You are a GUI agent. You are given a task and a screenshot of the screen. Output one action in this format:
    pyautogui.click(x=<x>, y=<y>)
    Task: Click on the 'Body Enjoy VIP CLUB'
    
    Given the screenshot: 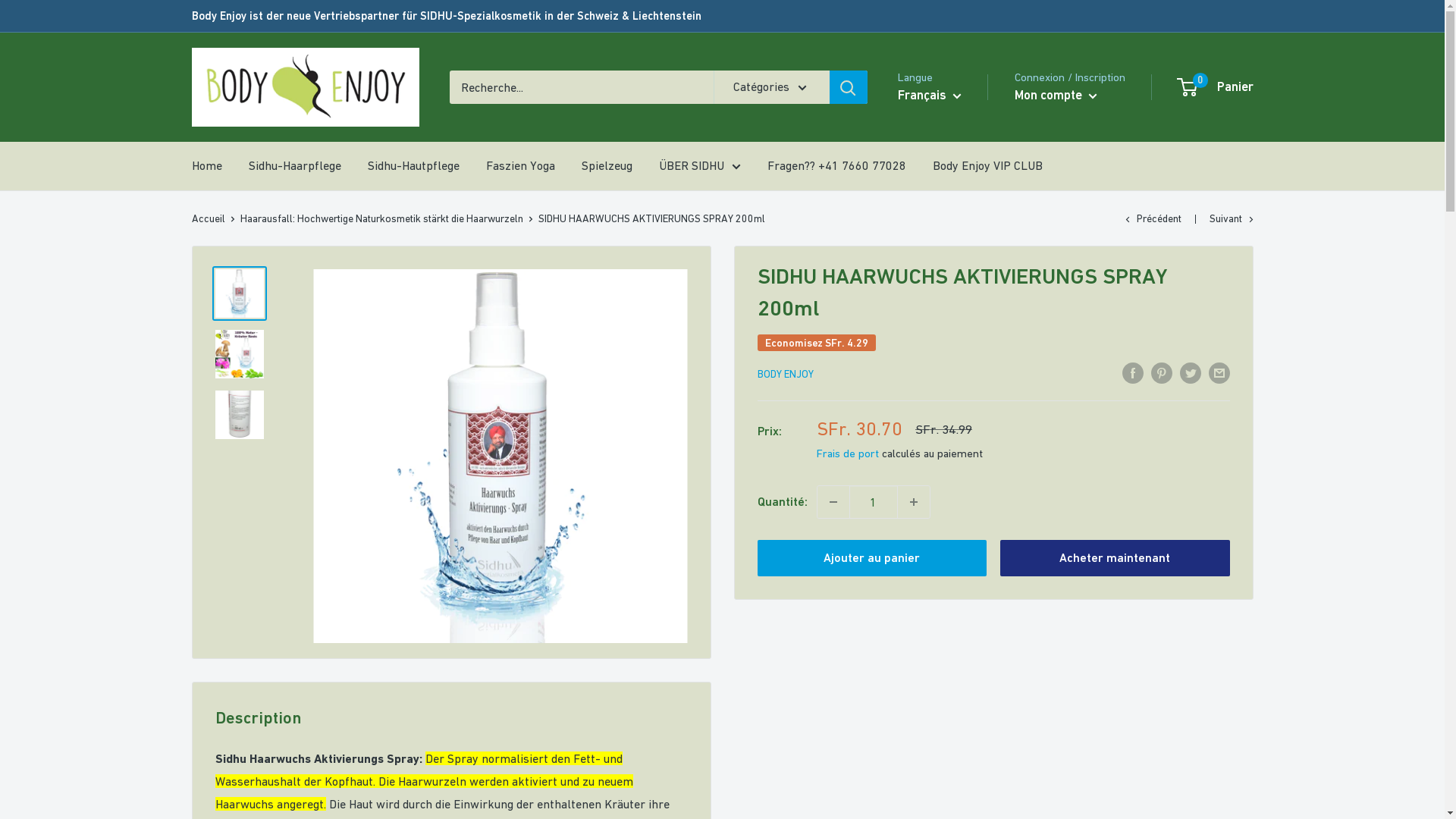 What is the action you would take?
    pyautogui.click(x=987, y=166)
    